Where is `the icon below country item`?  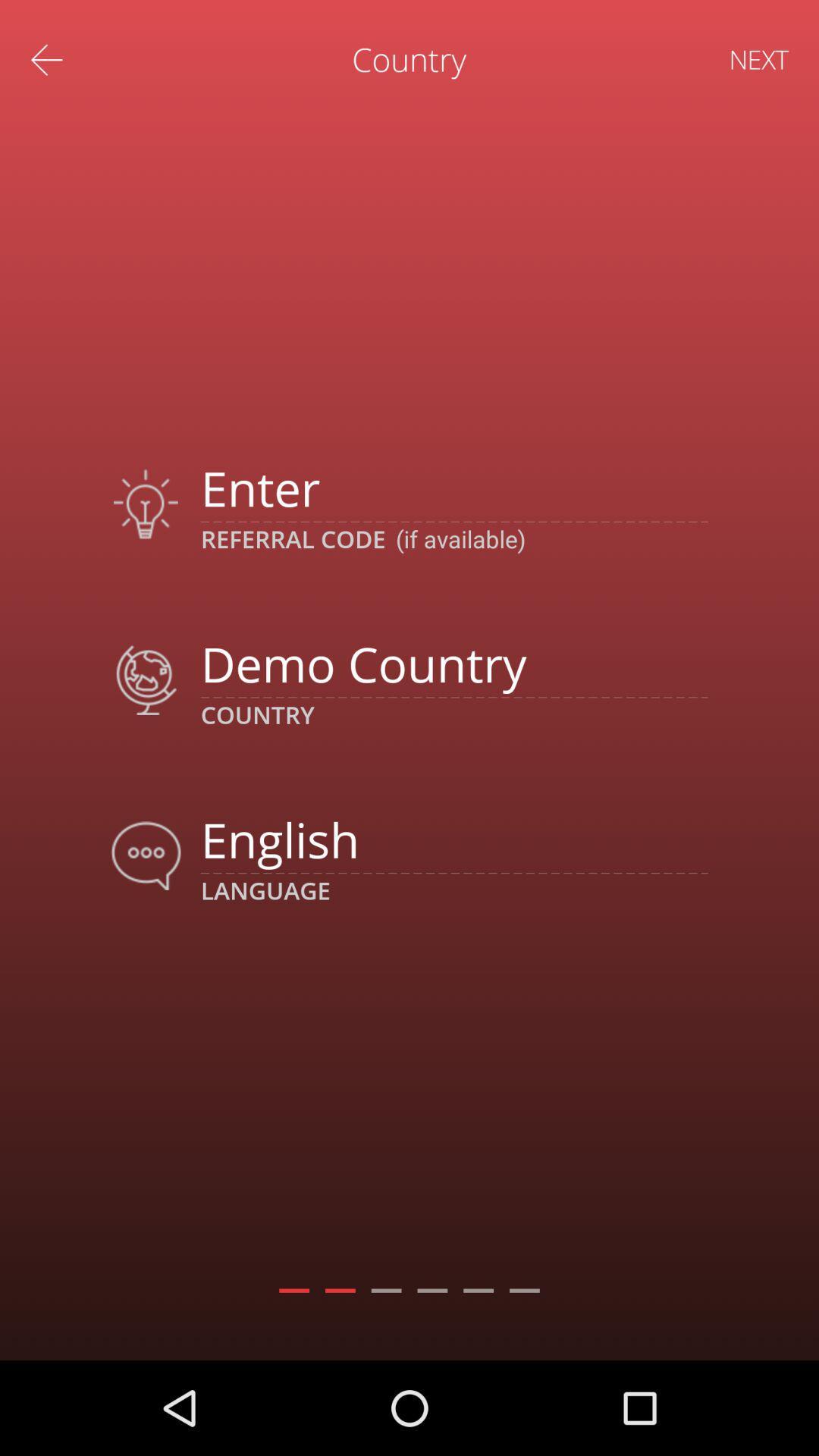 the icon below country item is located at coordinates (453, 839).